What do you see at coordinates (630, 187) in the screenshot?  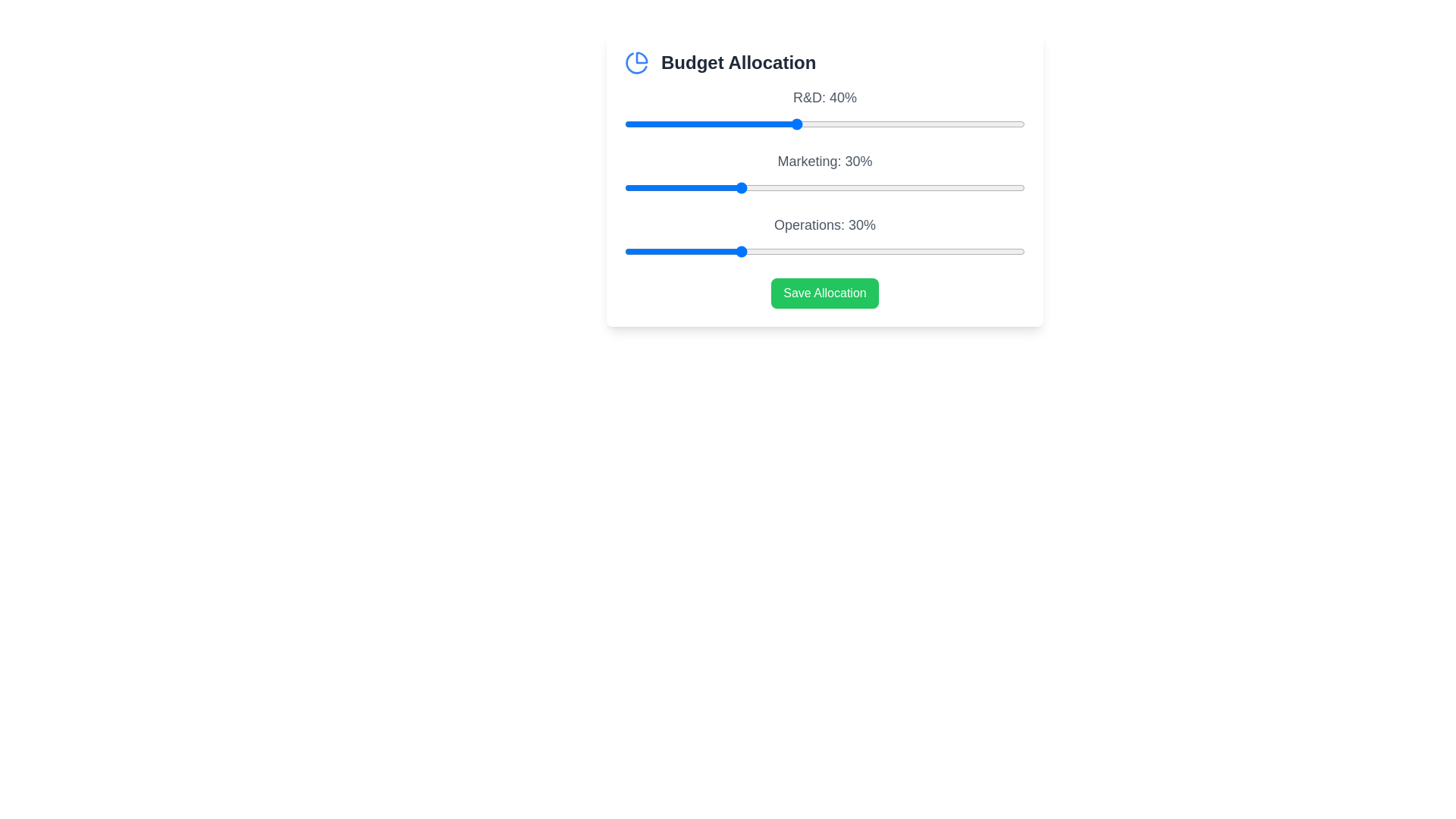 I see `the 'Marketing' slider to allocate 11% budget` at bounding box center [630, 187].